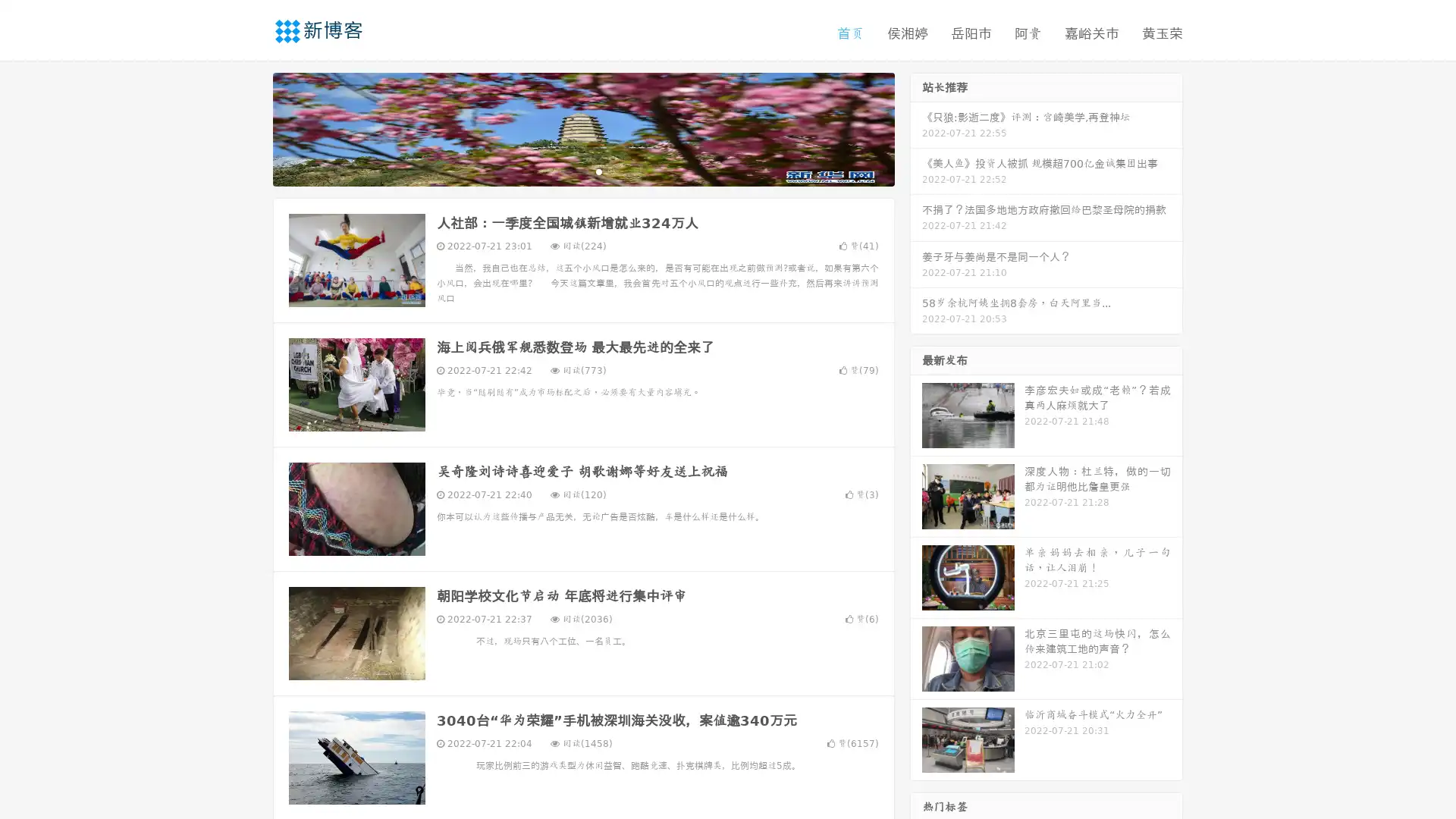 The width and height of the screenshot is (1456, 819). What do you see at coordinates (916, 127) in the screenshot?
I see `Next slide` at bounding box center [916, 127].